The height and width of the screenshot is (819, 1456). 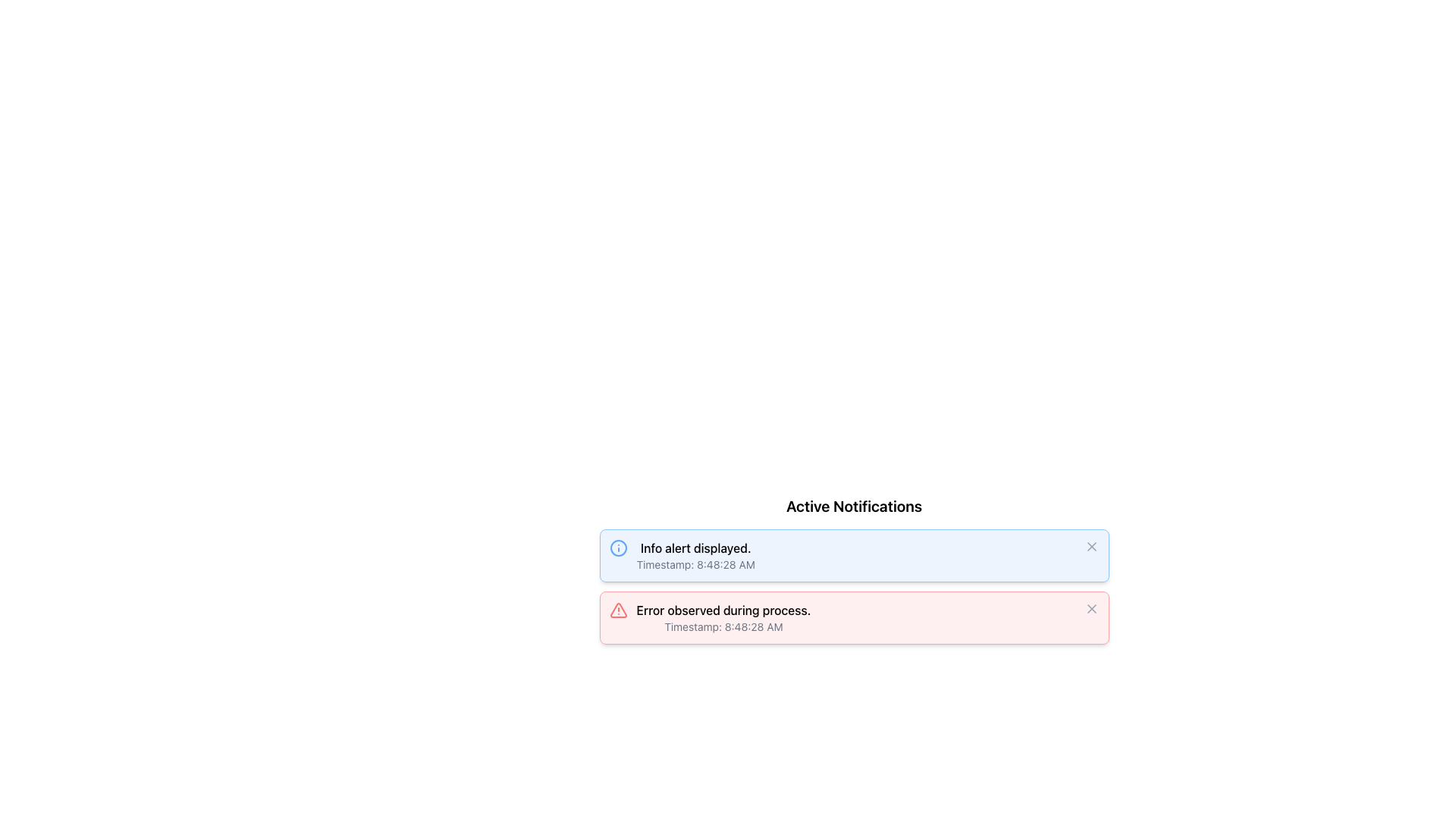 I want to click on the close button, which is styled as a small icon with an 'X' inside a circular shape, located at the top-right corner of the second notification card with a light red background, so click(x=1090, y=607).